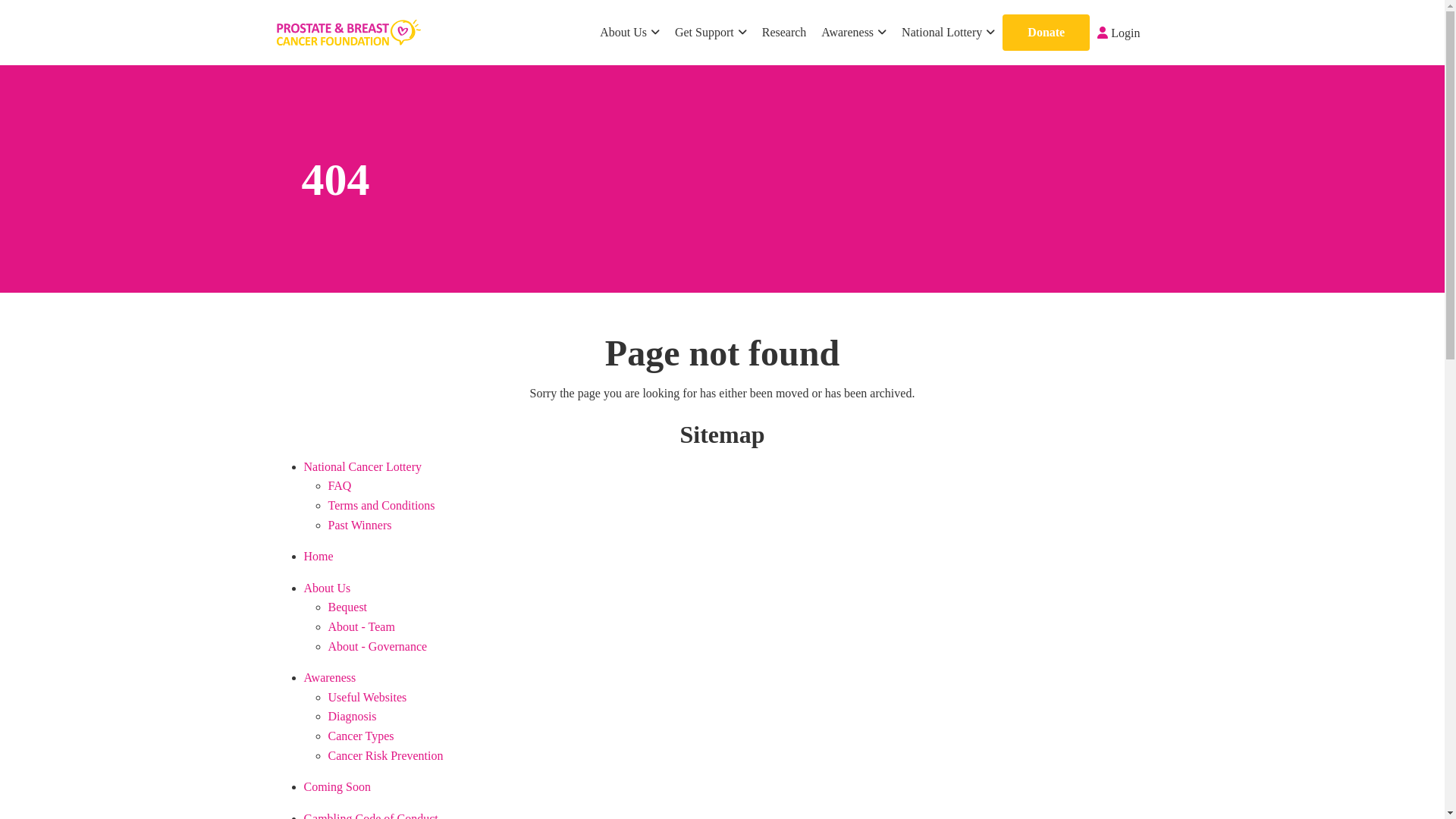  What do you see at coordinates (328, 676) in the screenshot?
I see `'Awareness'` at bounding box center [328, 676].